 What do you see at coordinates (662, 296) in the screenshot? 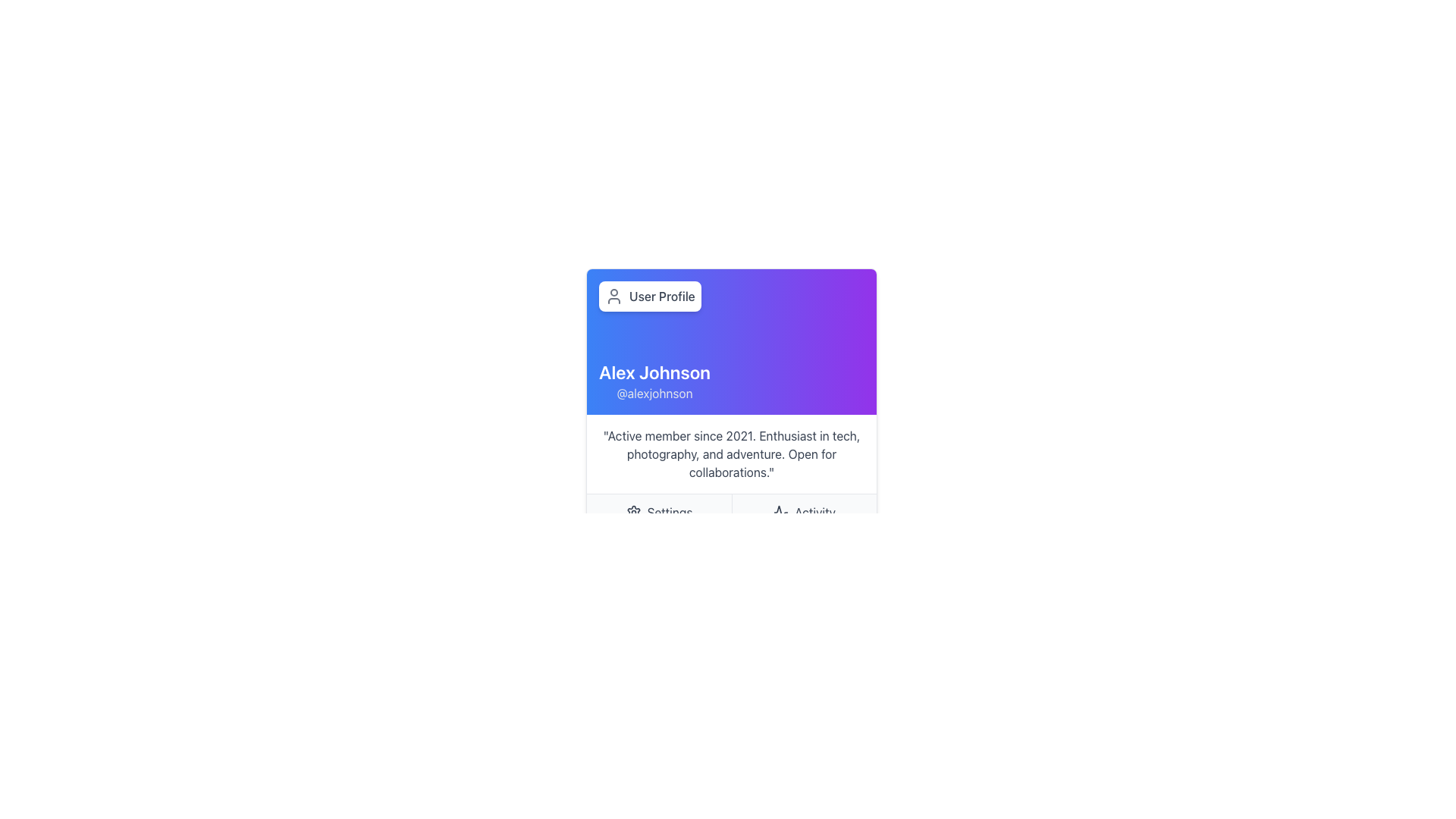
I see `the text label indicating the user's profile section, located next to the user icon in the upper-left corner of the user profile section` at bounding box center [662, 296].